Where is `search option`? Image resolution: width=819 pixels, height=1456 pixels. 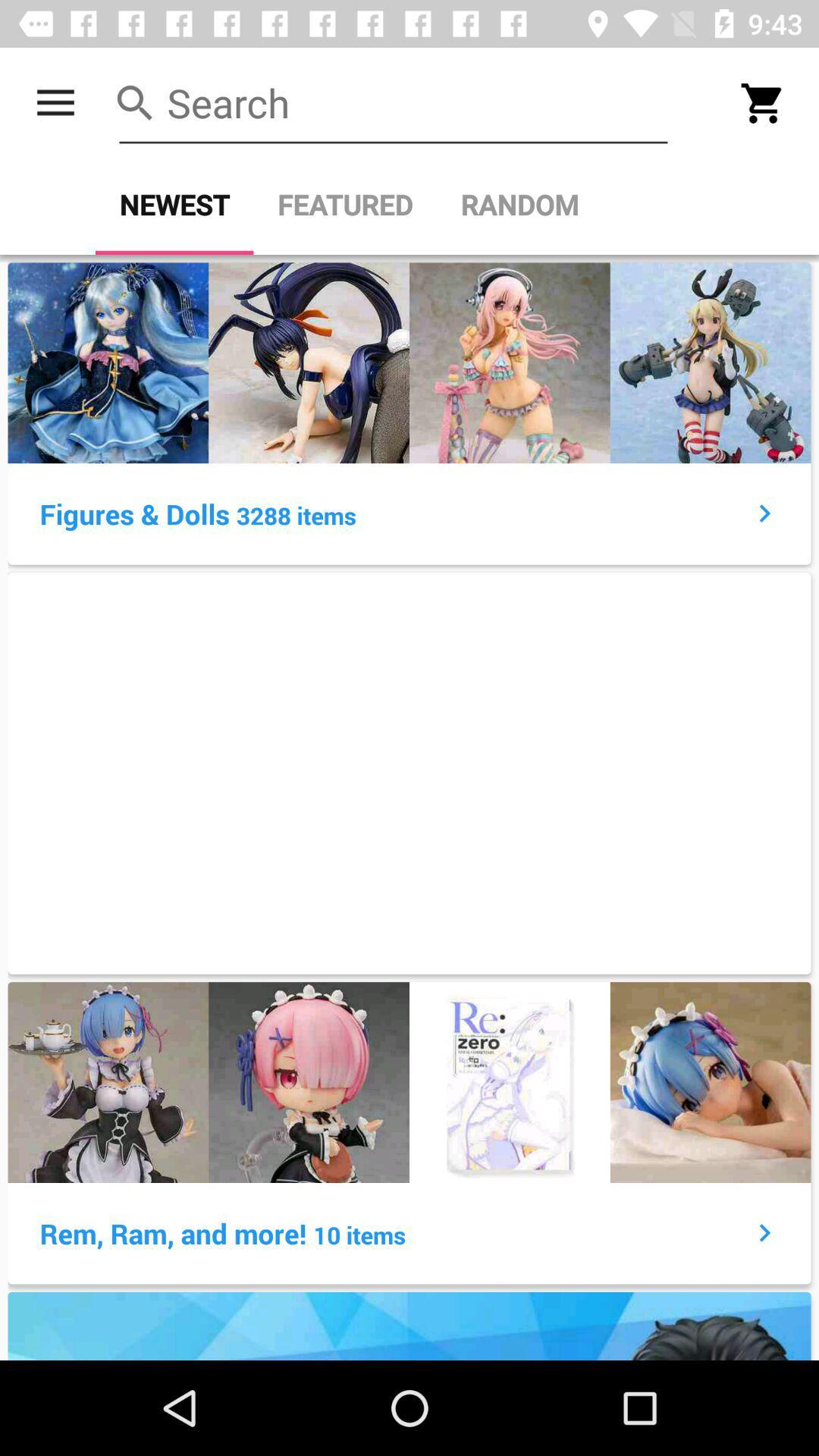 search option is located at coordinates (393, 102).